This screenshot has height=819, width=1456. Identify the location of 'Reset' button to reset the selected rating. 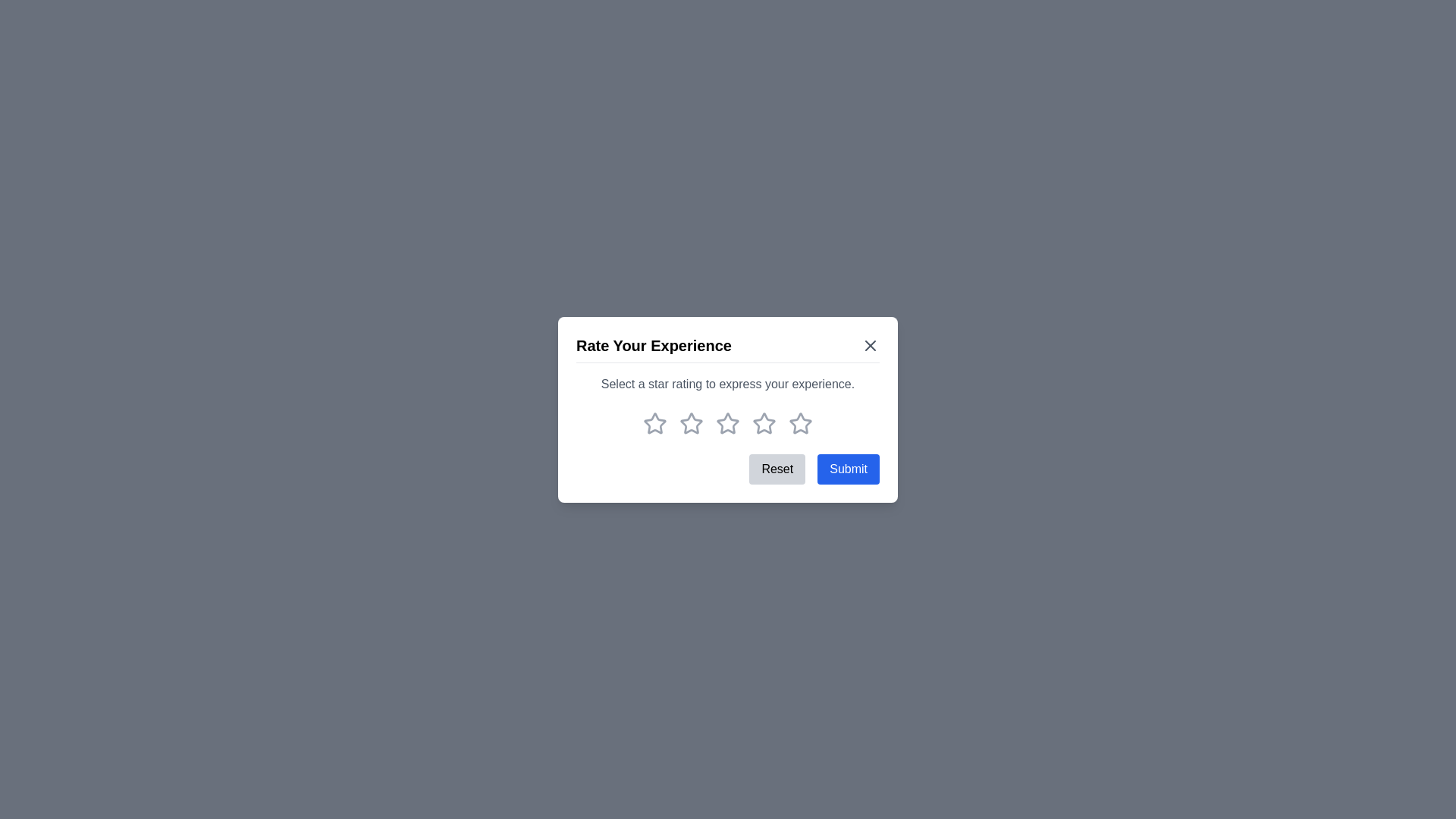
(777, 467).